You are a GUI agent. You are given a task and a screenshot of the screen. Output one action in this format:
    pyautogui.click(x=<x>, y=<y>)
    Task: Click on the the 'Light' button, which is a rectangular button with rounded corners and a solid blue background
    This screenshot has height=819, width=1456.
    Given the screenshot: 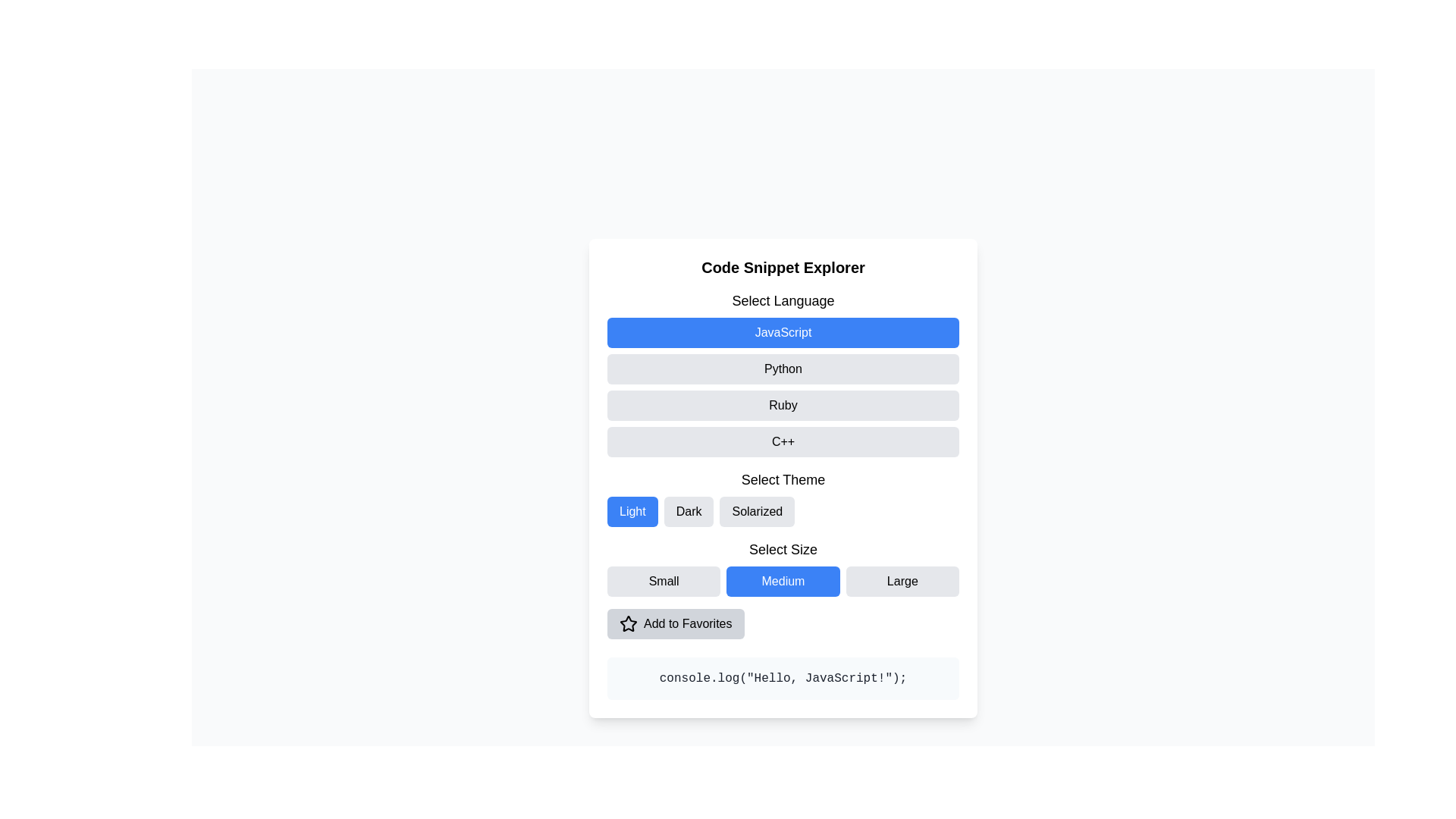 What is the action you would take?
    pyautogui.click(x=632, y=512)
    